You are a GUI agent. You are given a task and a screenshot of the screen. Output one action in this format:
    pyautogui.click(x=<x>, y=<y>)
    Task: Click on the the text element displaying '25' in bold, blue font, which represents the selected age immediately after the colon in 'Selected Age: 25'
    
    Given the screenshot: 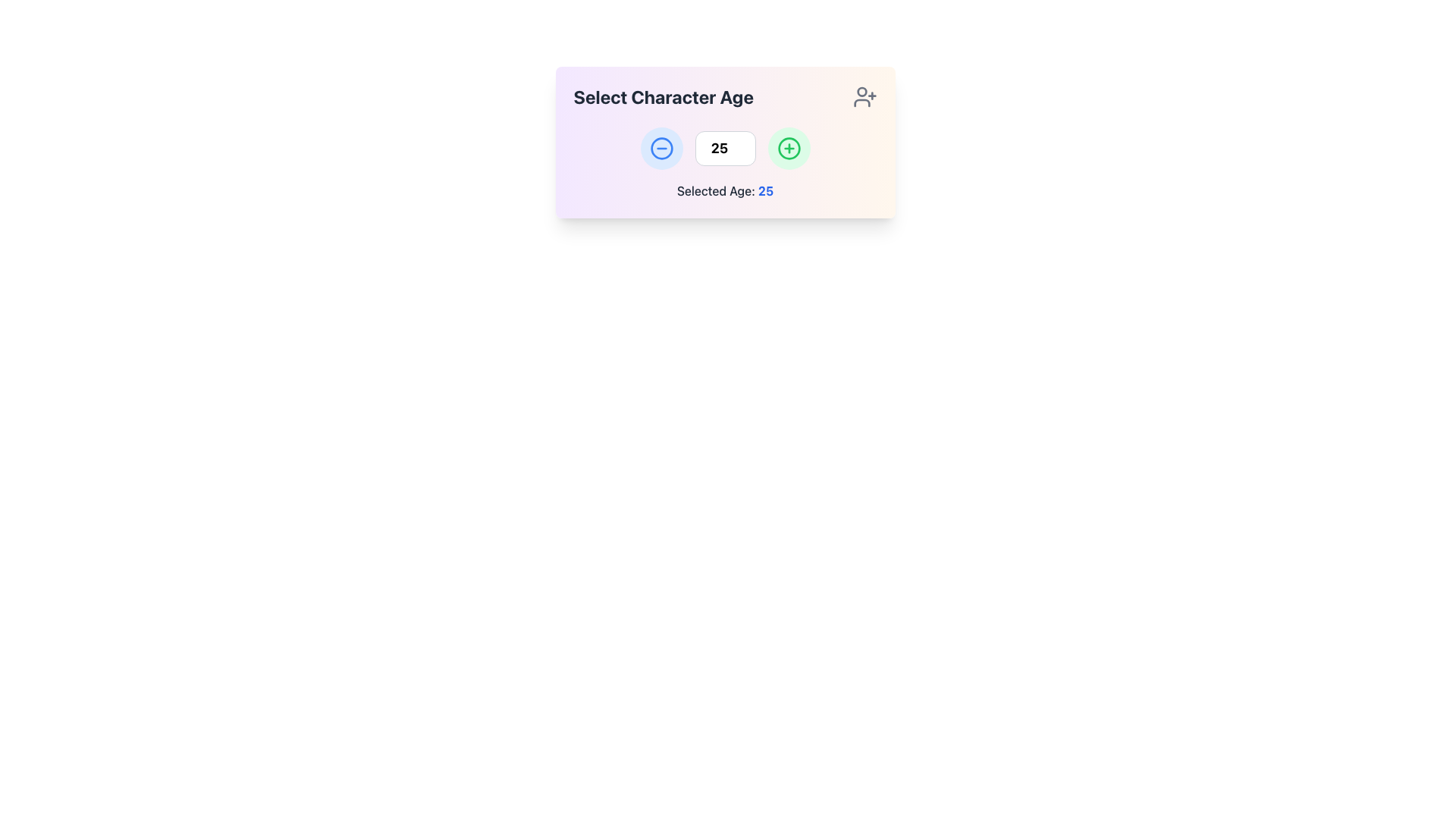 What is the action you would take?
    pyautogui.click(x=766, y=190)
    